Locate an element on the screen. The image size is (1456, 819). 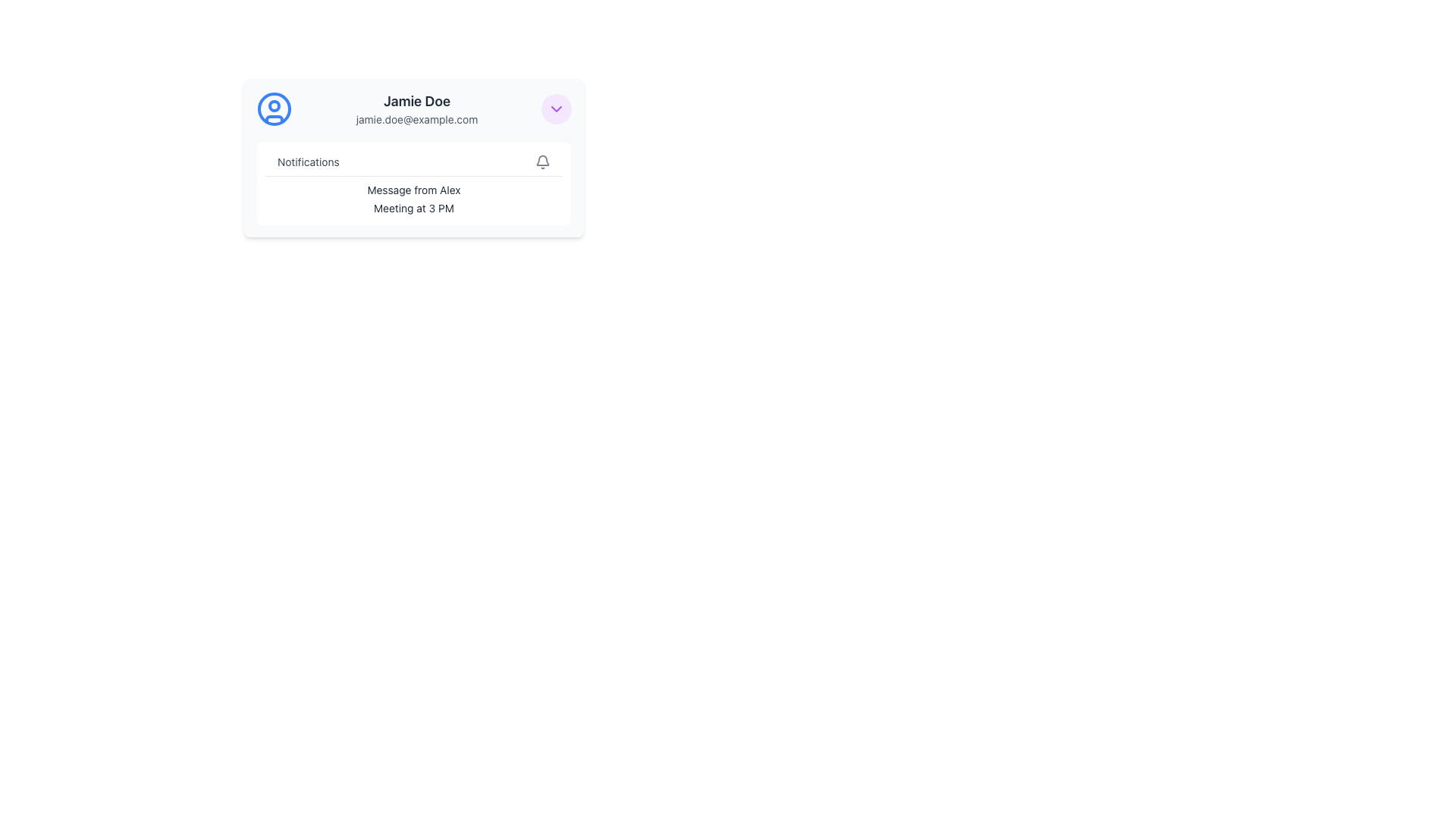
the static text display that reads 'Message from Alex', which is the first notification in the list is located at coordinates (414, 189).